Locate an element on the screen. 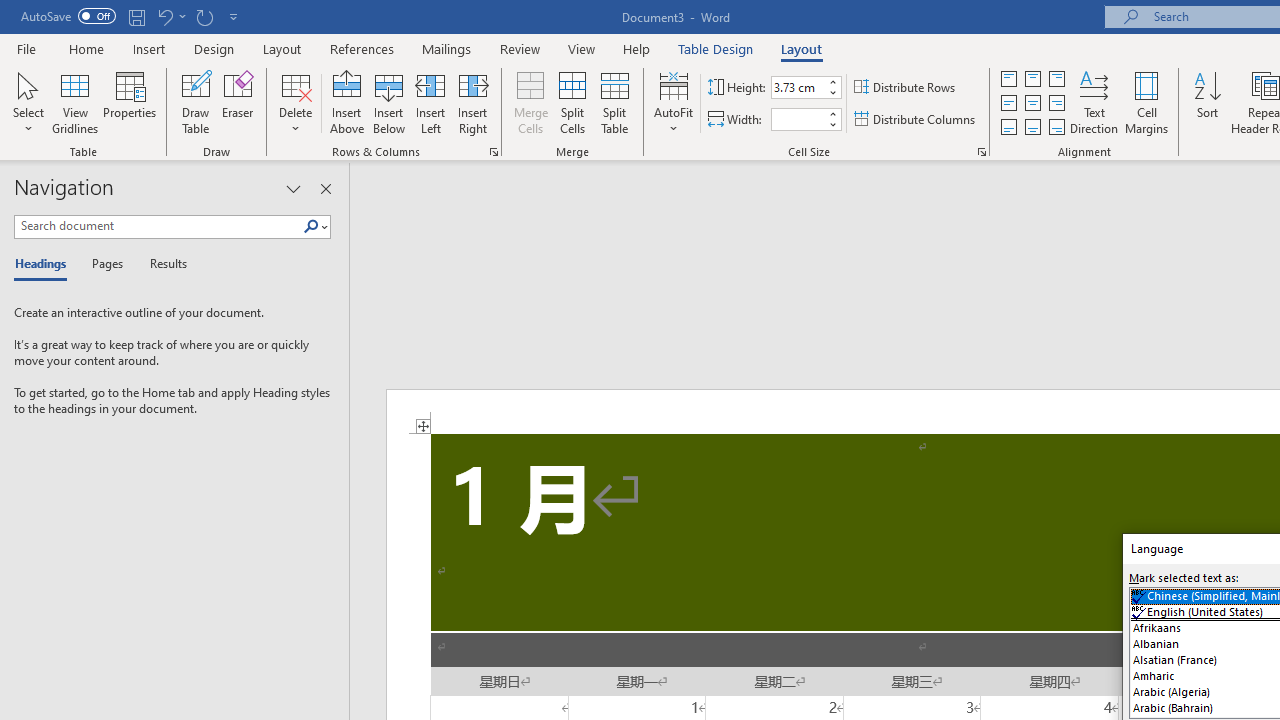 The image size is (1280, 720). 'View' is located at coordinates (581, 48).